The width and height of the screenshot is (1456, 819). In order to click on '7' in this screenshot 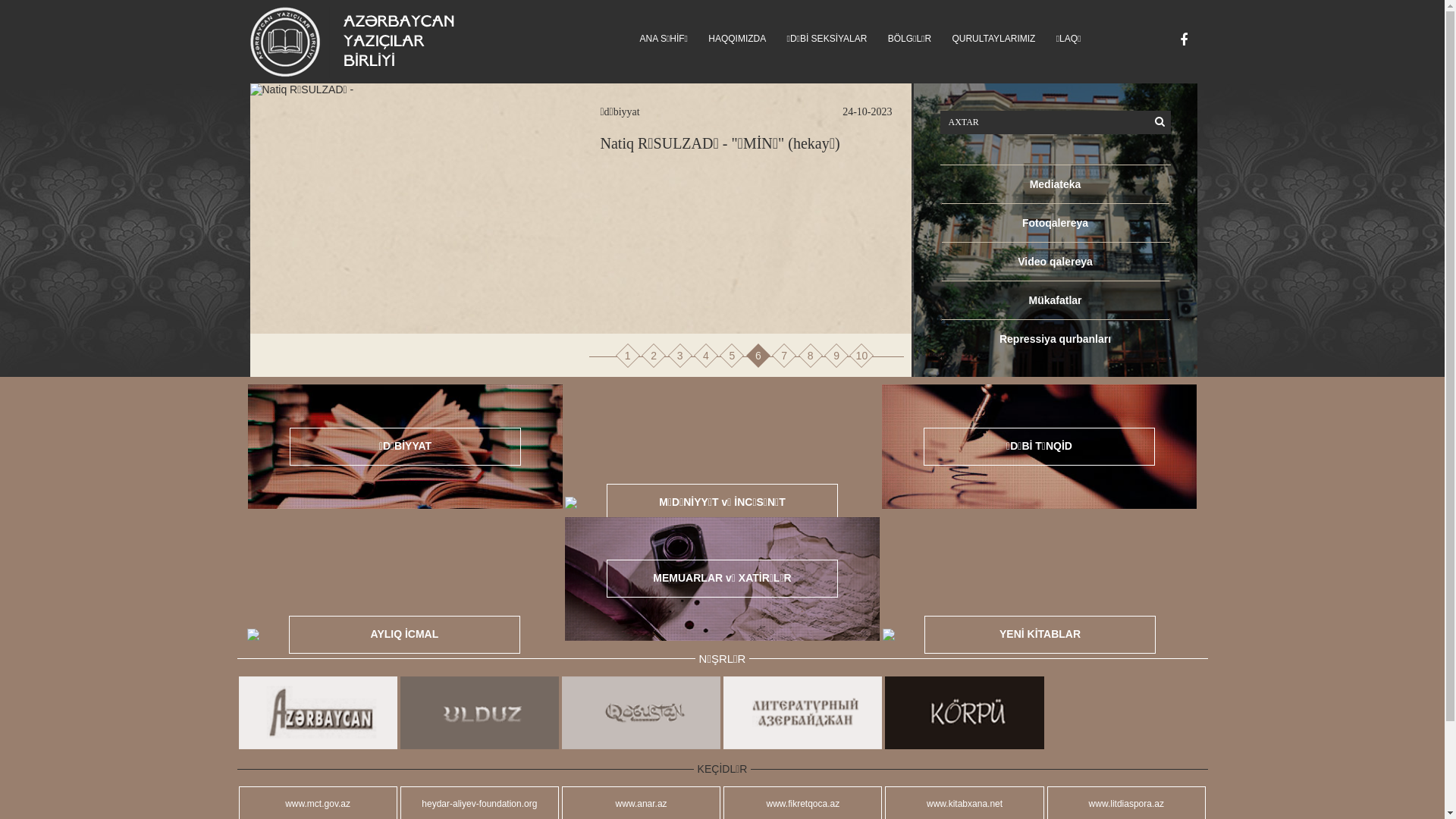, I will do `click(783, 356)`.